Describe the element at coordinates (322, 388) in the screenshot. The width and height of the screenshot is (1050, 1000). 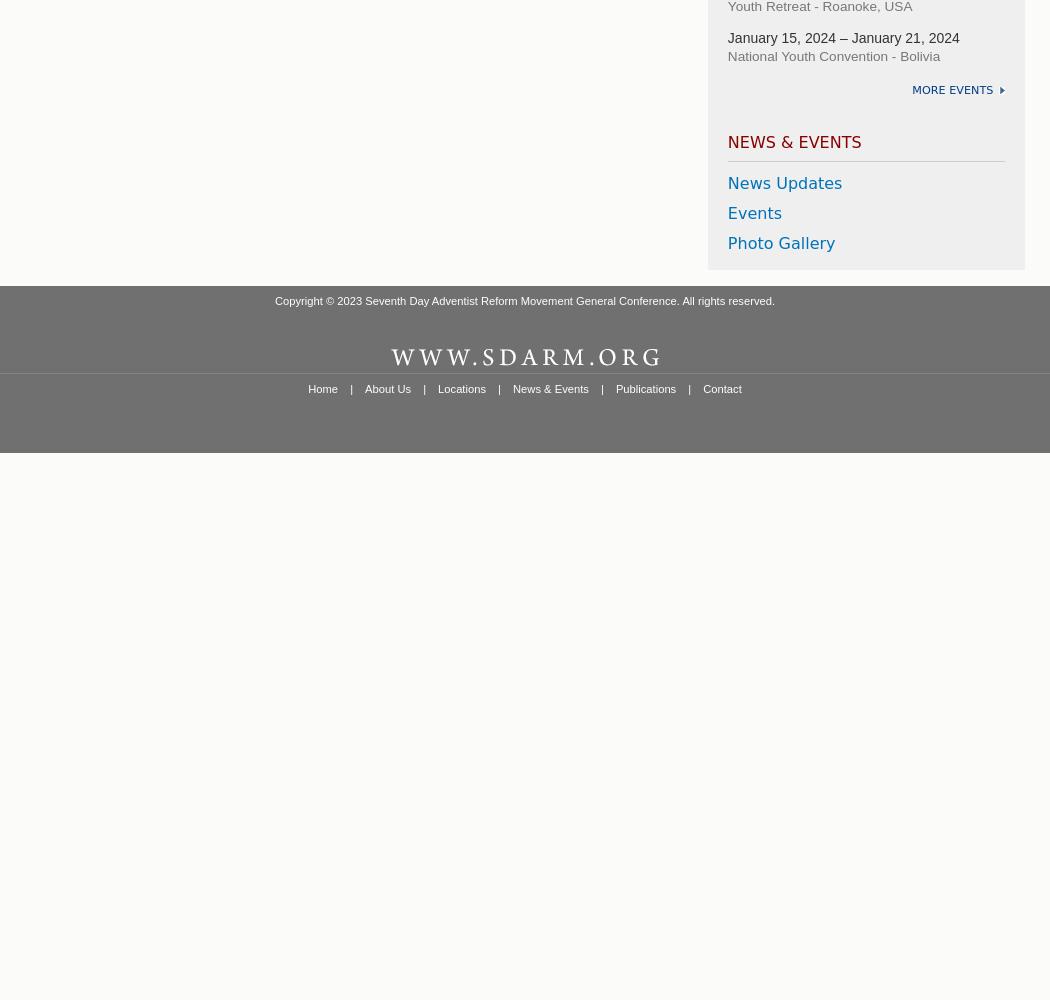
I see `'Home'` at that location.